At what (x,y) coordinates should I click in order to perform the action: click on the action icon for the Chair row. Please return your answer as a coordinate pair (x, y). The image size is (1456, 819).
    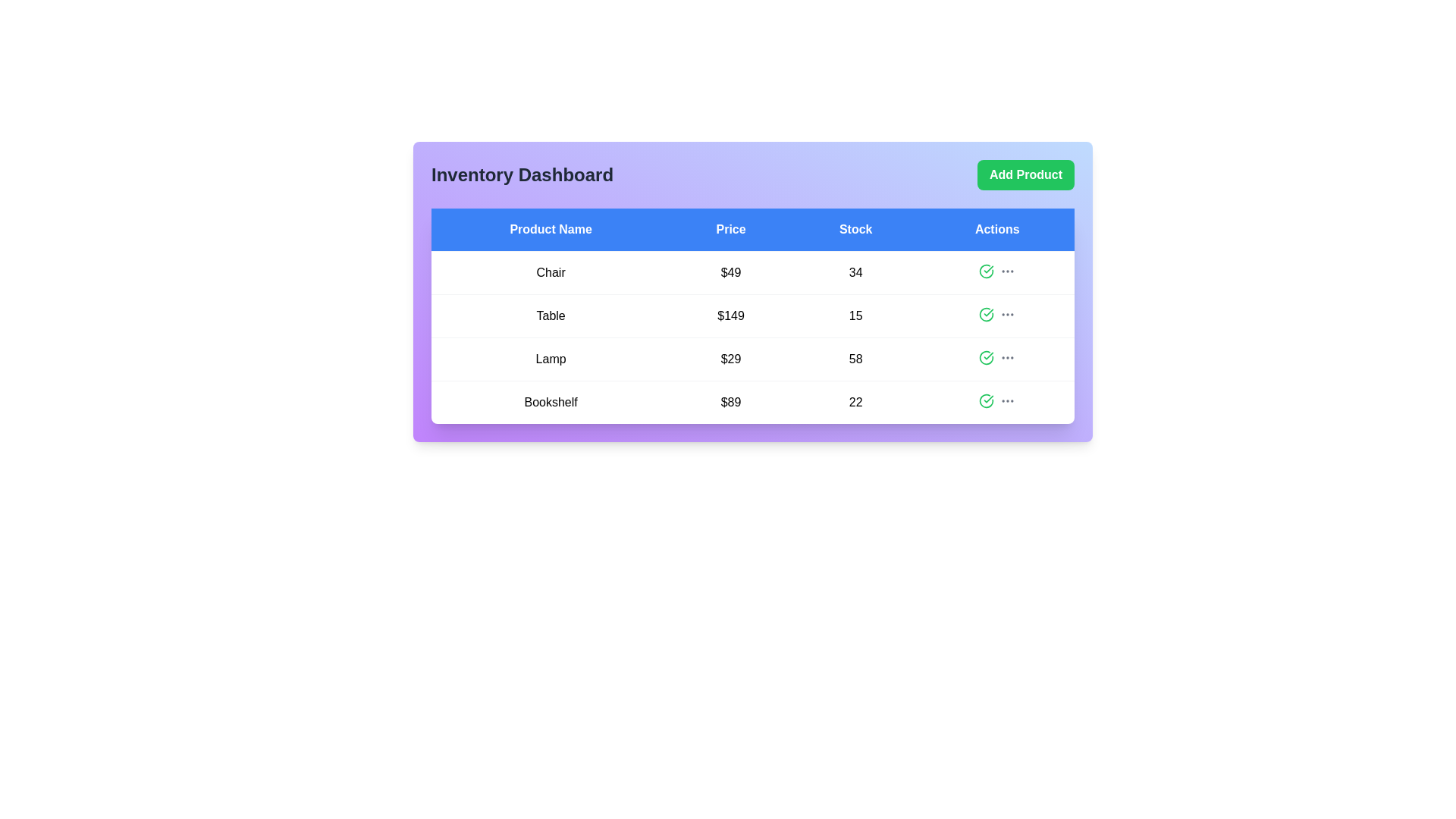
    Looking at the image, I should click on (986, 271).